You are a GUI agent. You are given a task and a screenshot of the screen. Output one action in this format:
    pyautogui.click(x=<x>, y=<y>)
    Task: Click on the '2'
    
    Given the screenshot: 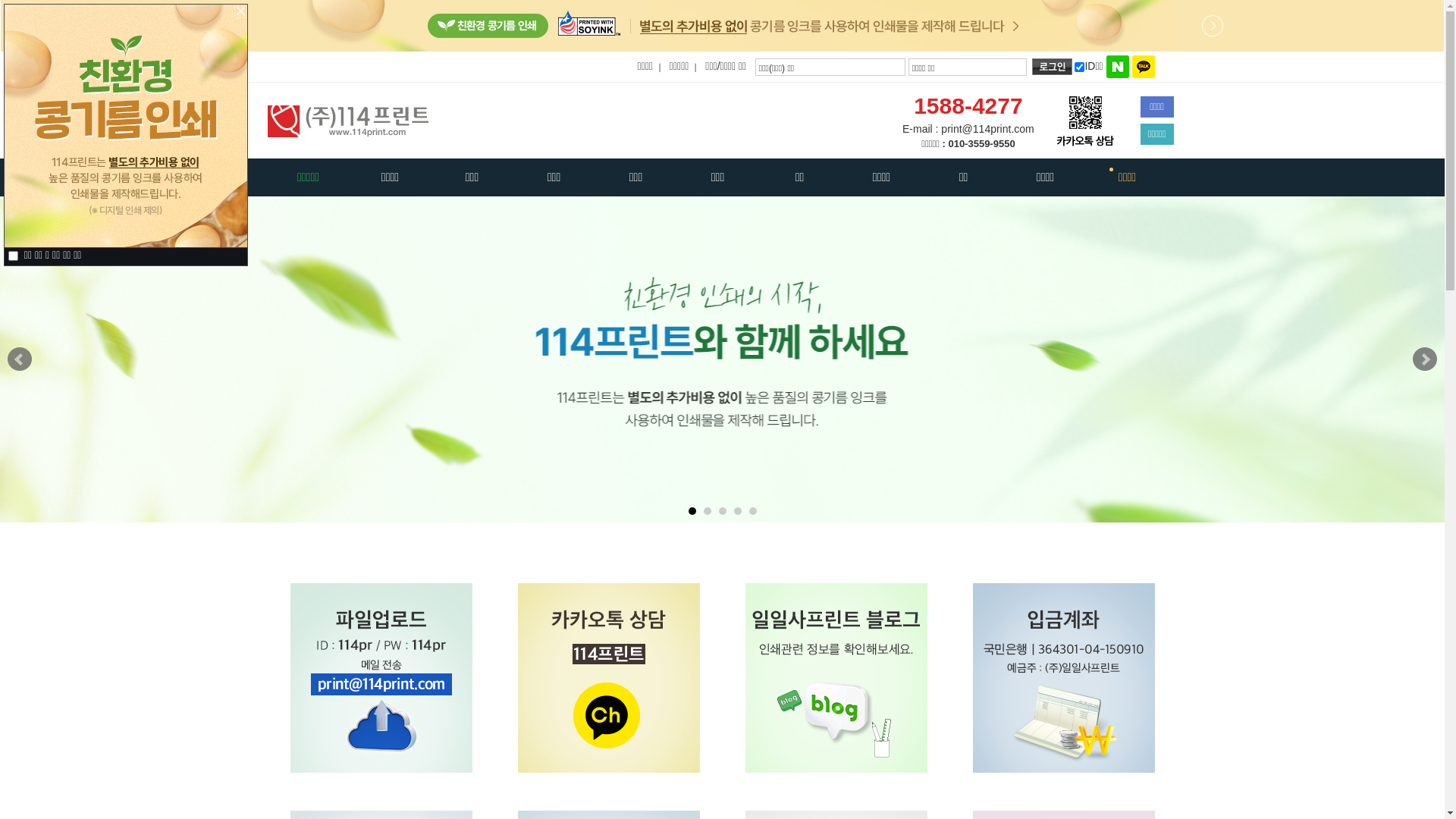 What is the action you would take?
    pyautogui.click(x=706, y=511)
    